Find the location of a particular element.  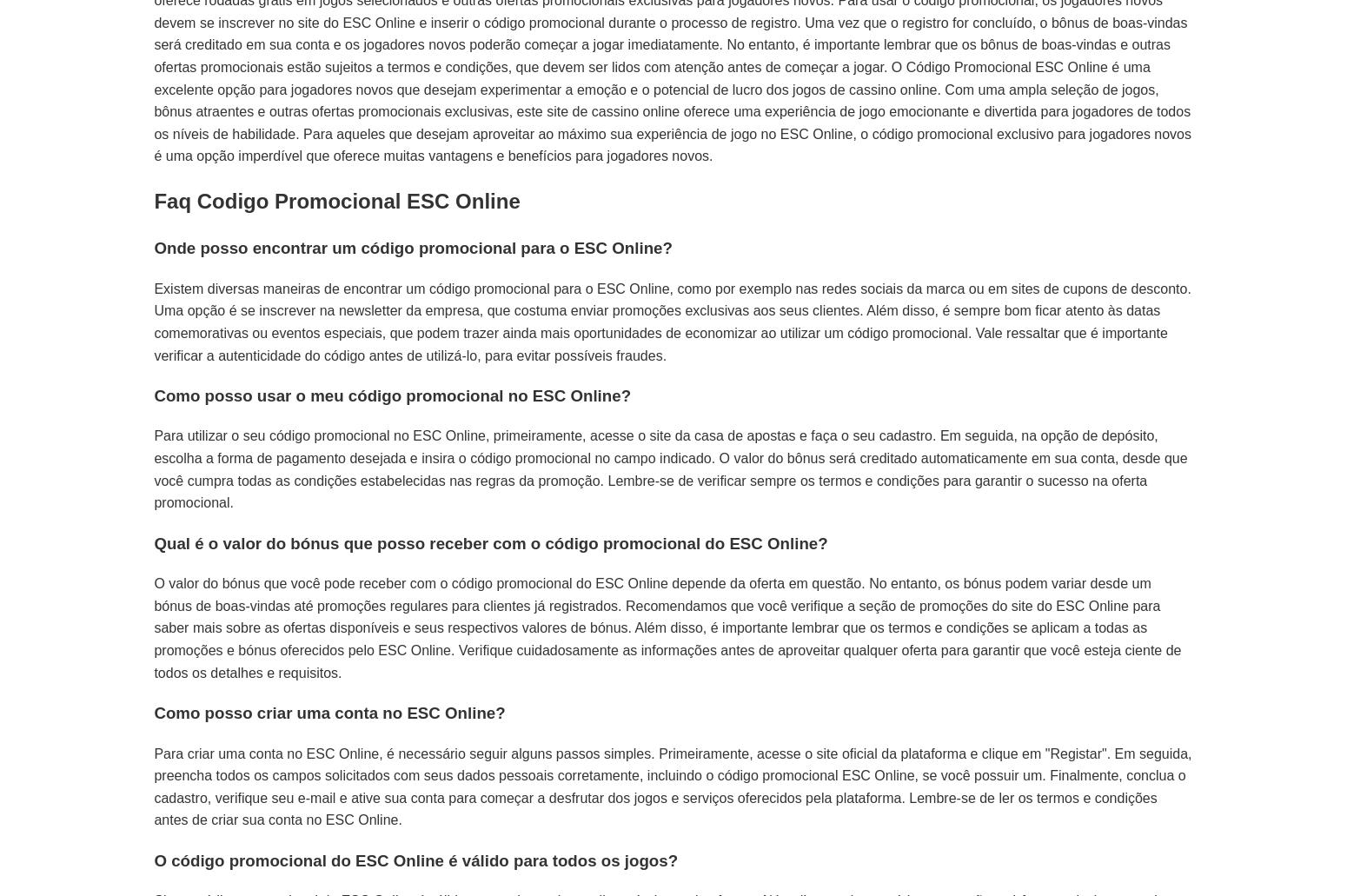

'Onde posso encontrar um código promocional para o ESC Online?' is located at coordinates (412, 248).